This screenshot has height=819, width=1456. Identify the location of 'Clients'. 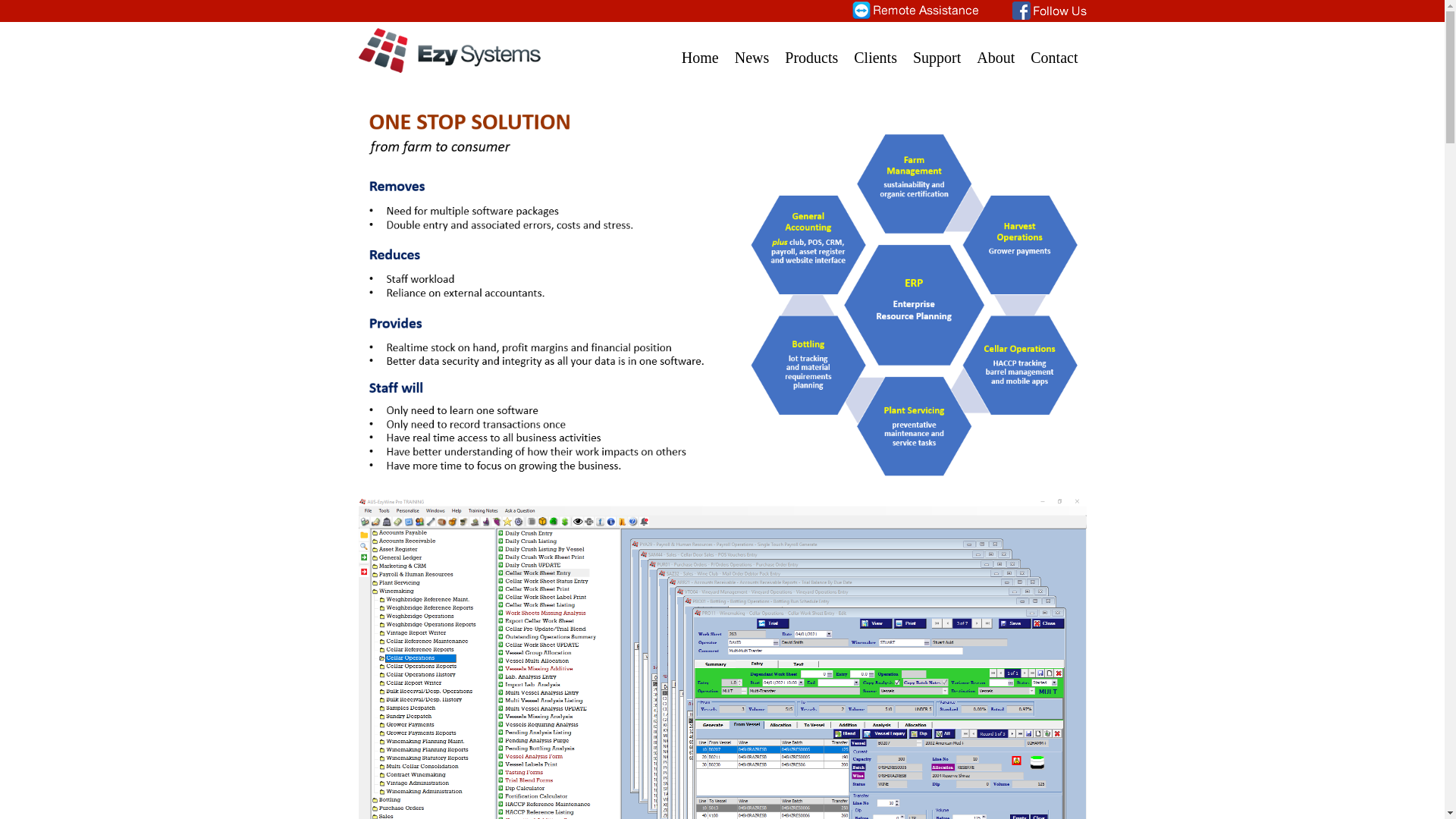
(875, 48).